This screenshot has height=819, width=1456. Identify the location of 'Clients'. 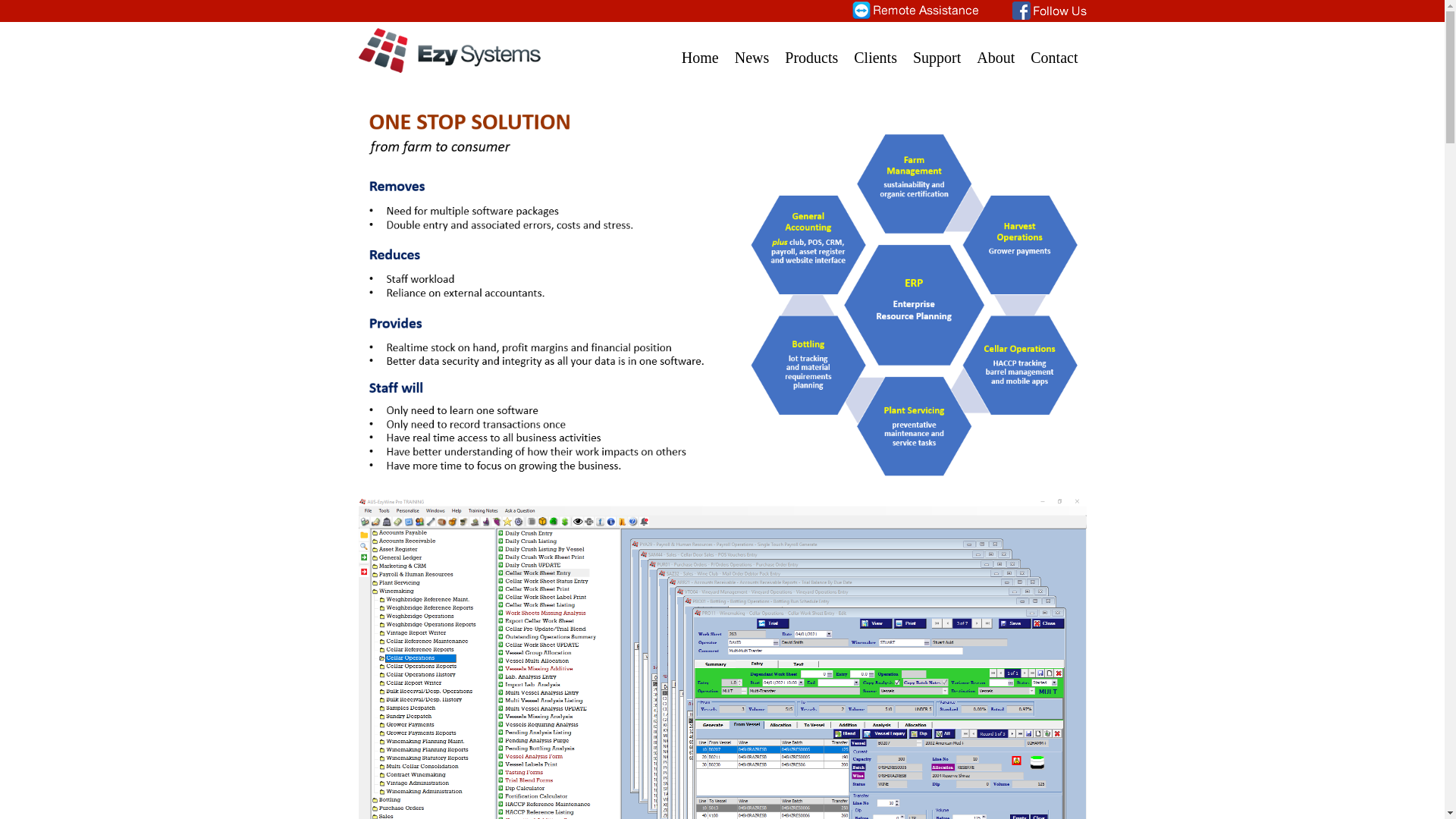
(875, 48).